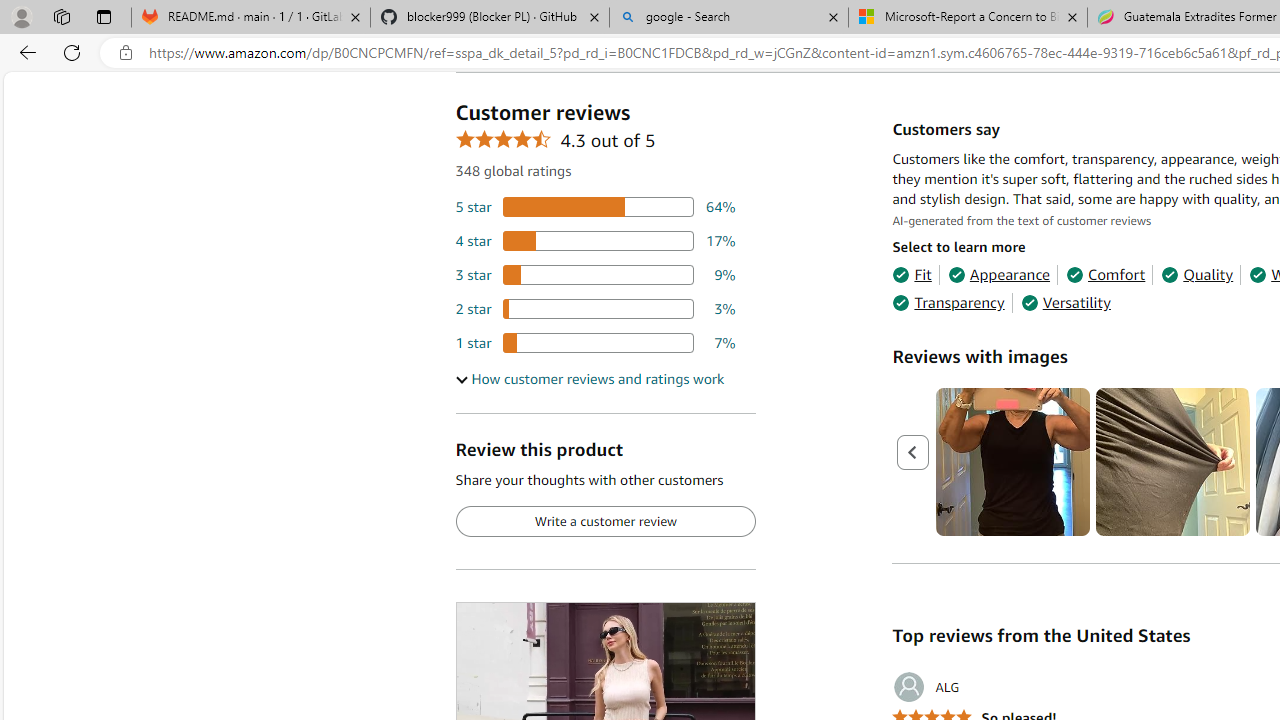 This screenshot has width=1280, height=720. Describe the element at coordinates (912, 452) in the screenshot. I see `'Previous page'` at that location.